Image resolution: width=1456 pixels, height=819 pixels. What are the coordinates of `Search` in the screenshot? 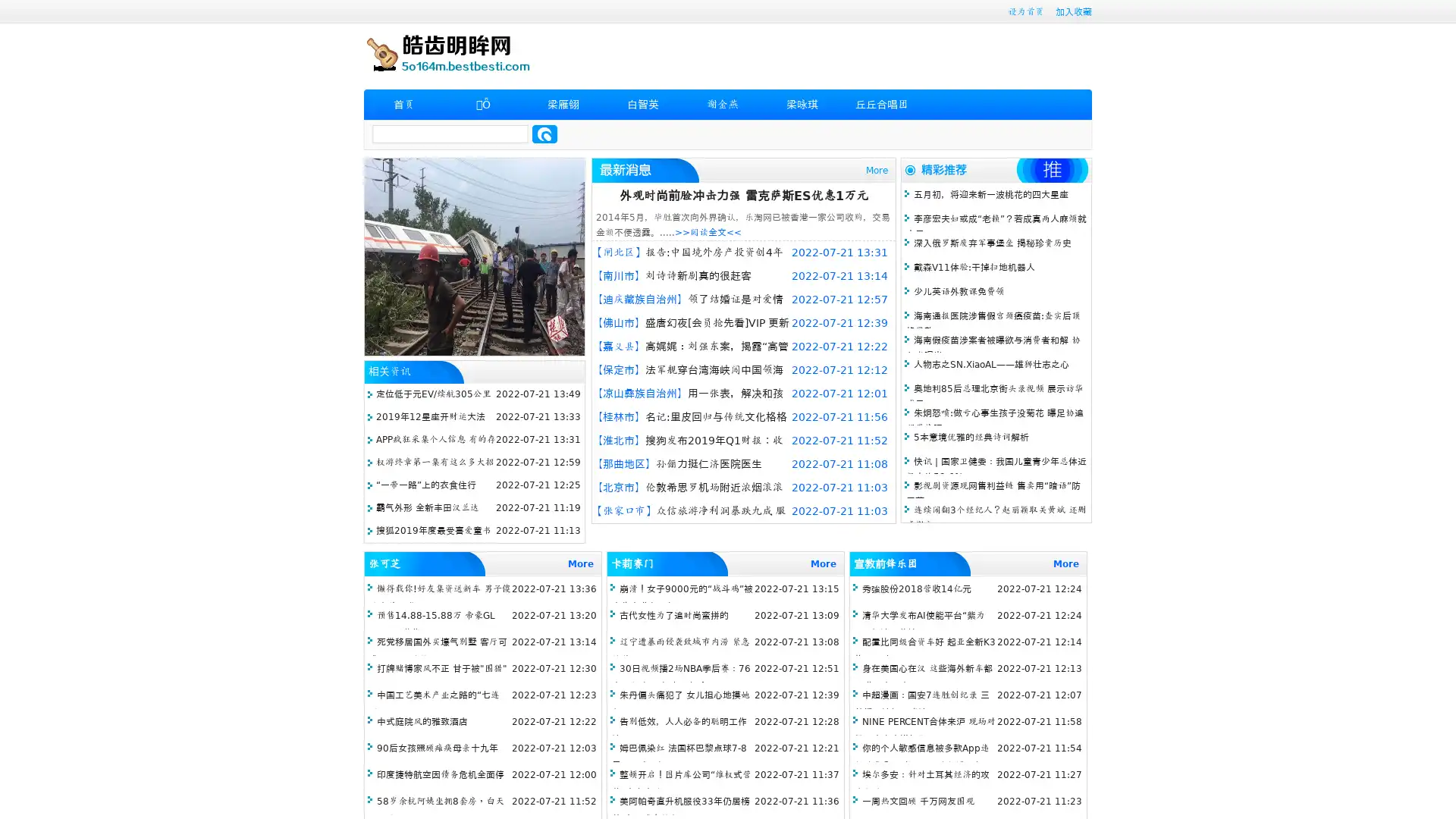 It's located at (544, 133).